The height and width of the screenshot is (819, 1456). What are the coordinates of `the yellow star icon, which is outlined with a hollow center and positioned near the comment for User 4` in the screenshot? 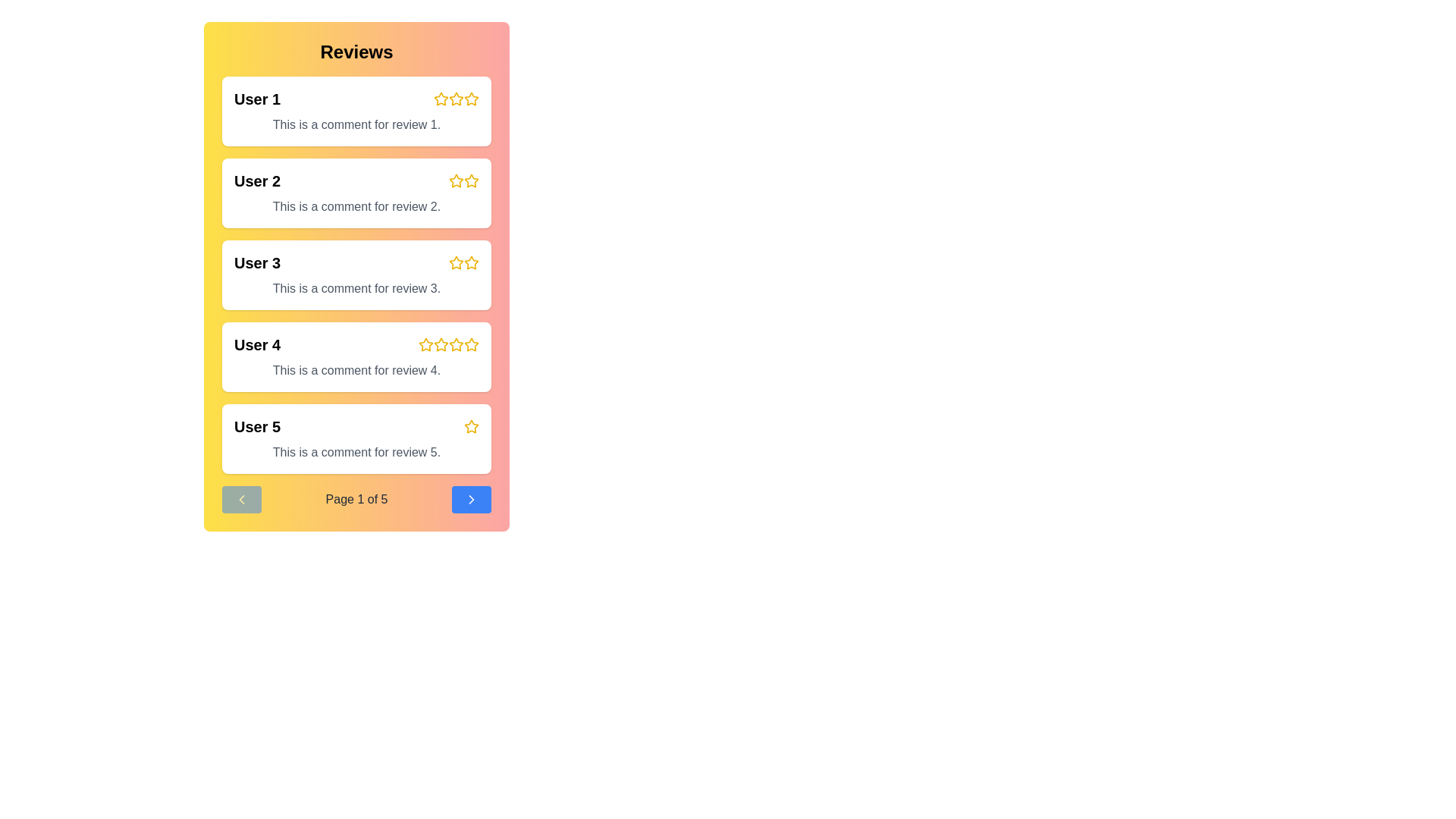 It's located at (455, 345).